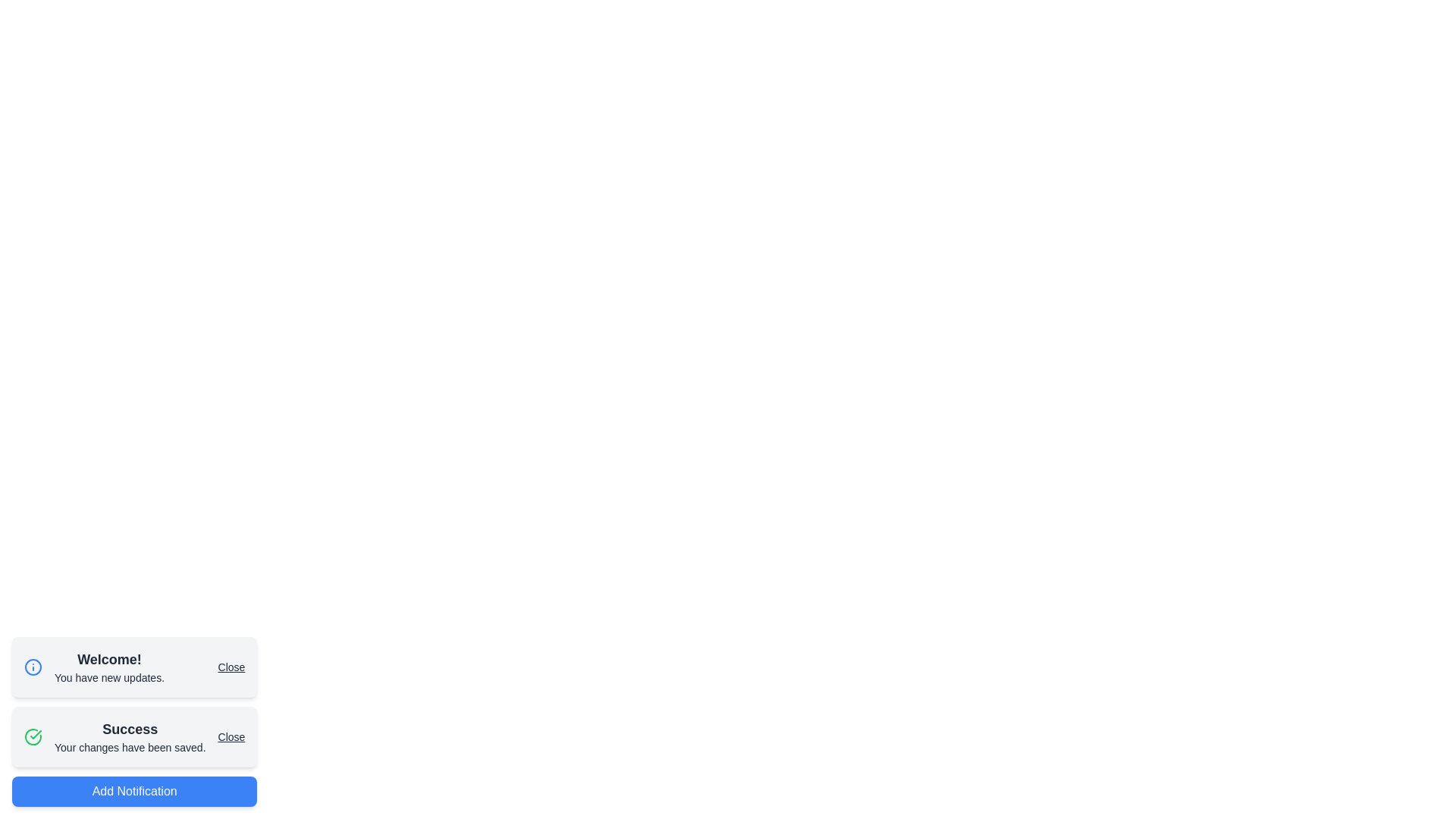  I want to click on the success icon that indicates a completed action, located to the left of the text 'Success Your changes have been saved.' in the notification area, so click(33, 736).